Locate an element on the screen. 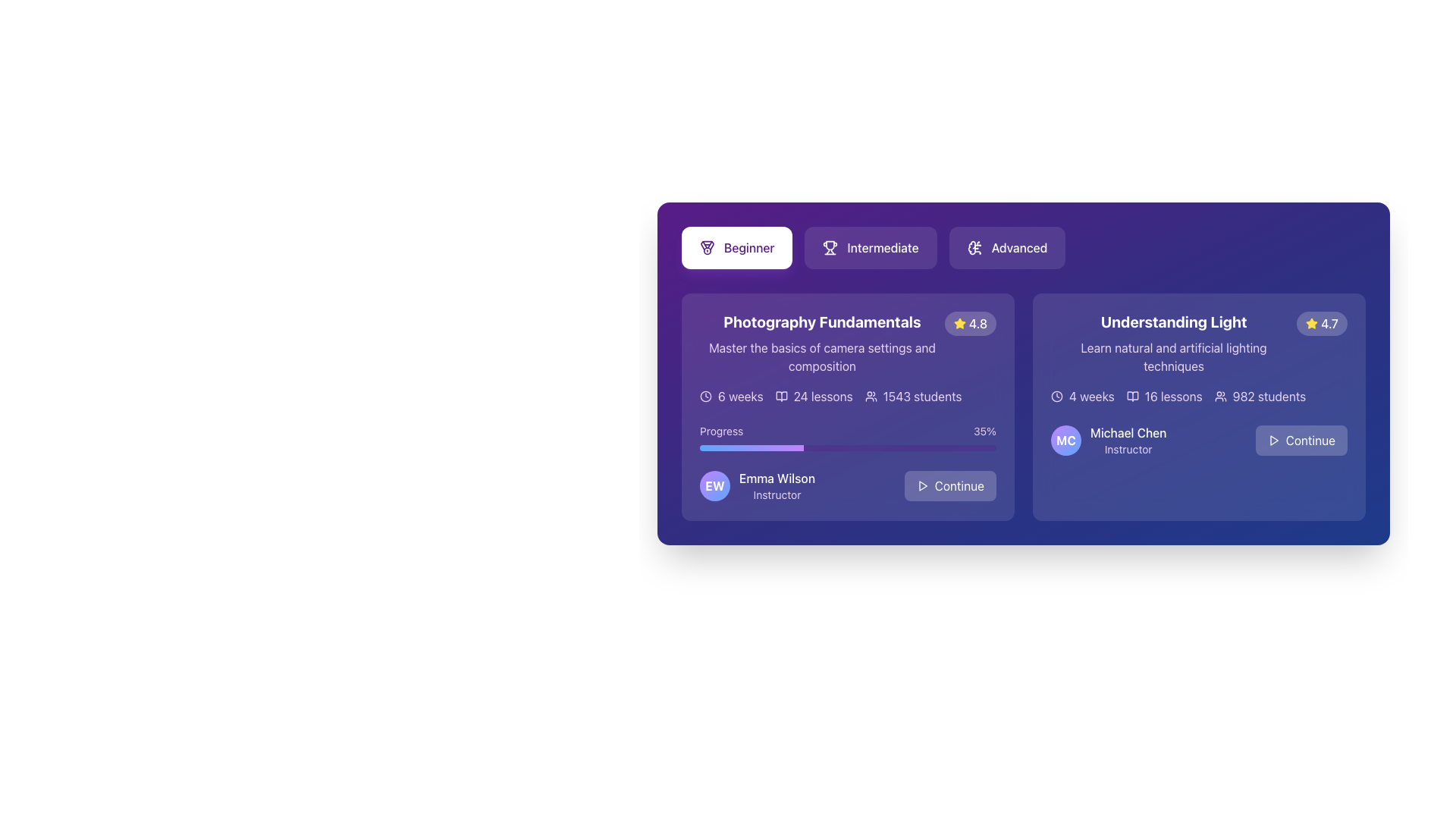  the purple medal icon located in the 'Beginner' tab, positioned to the left of the text 'Beginner' is located at coordinates (706, 247).